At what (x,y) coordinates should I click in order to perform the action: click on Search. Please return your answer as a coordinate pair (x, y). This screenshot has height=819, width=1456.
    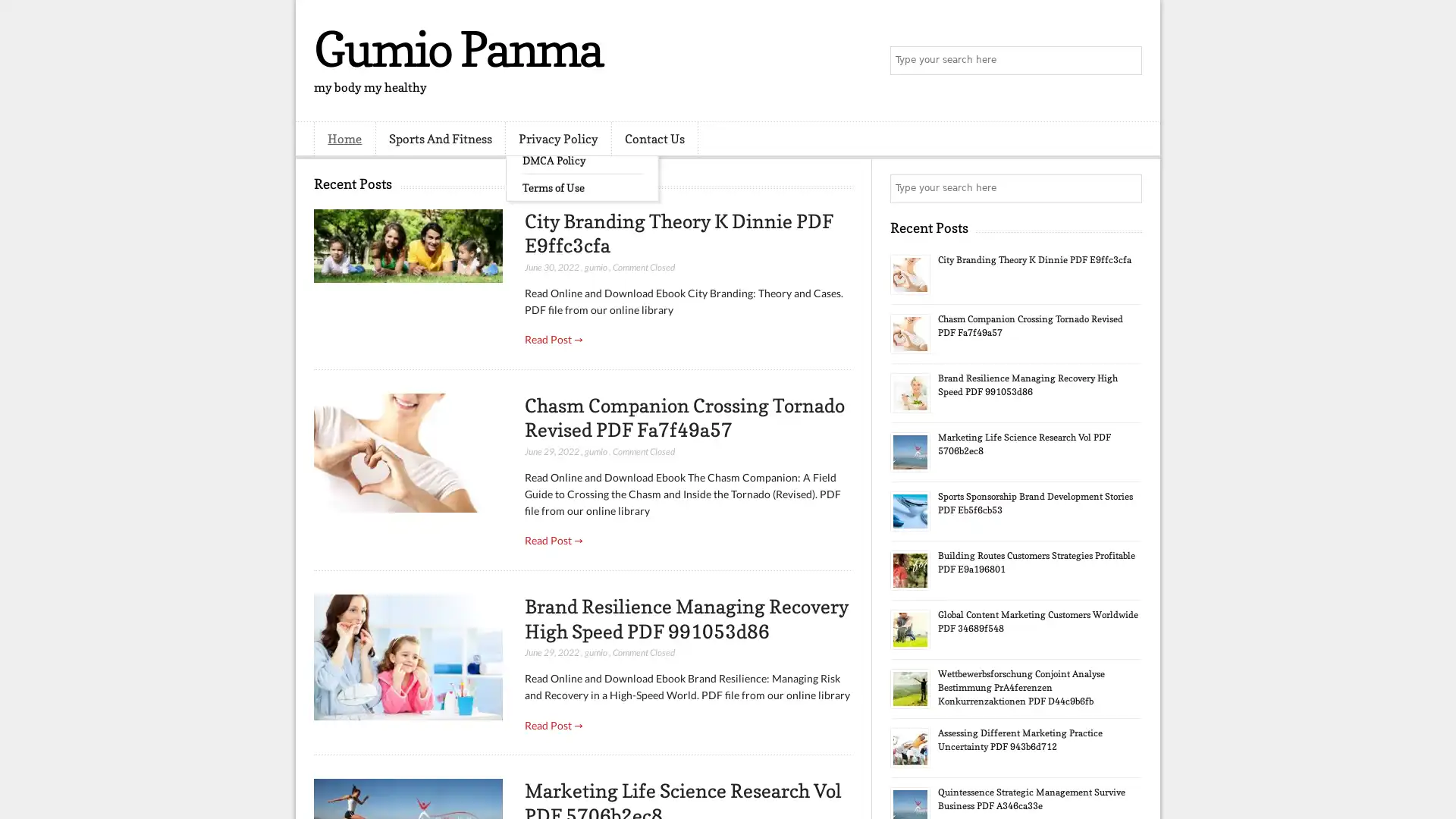
    Looking at the image, I should click on (1126, 188).